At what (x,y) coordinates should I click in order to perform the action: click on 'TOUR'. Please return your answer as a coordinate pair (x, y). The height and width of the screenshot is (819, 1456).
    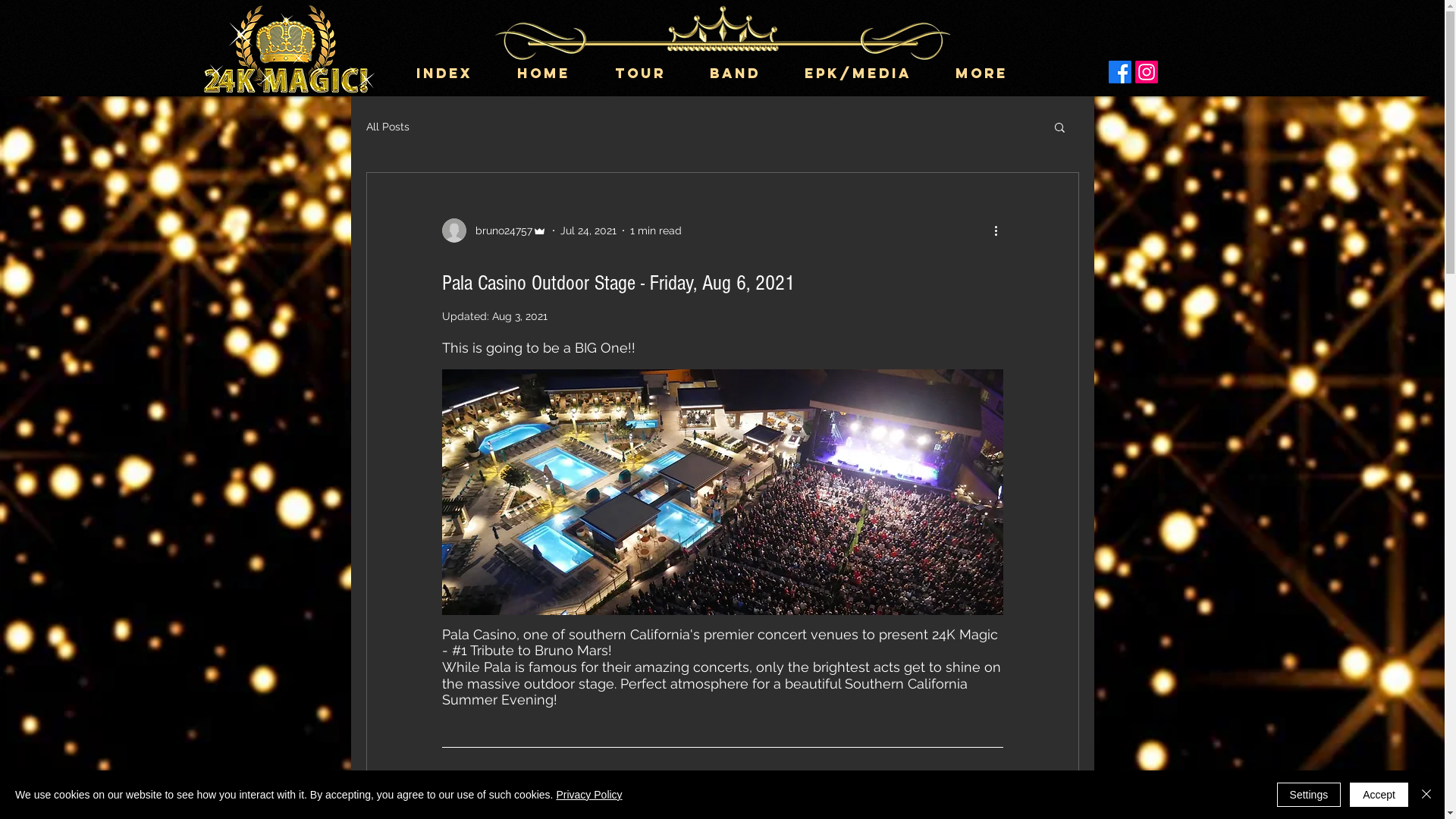
    Looking at the image, I should click on (651, 73).